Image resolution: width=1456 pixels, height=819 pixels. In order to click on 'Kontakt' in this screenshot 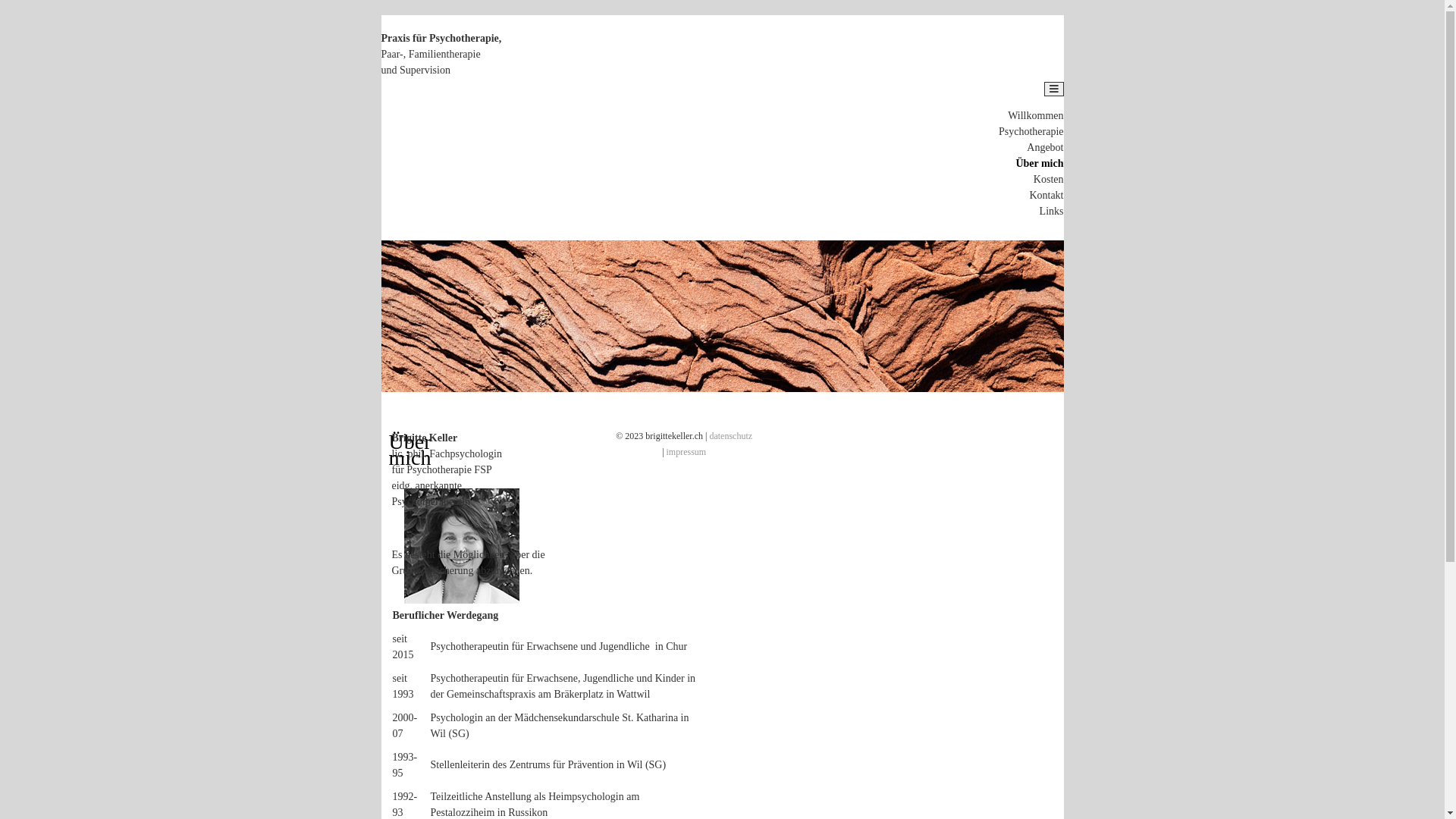, I will do `click(1045, 194)`.